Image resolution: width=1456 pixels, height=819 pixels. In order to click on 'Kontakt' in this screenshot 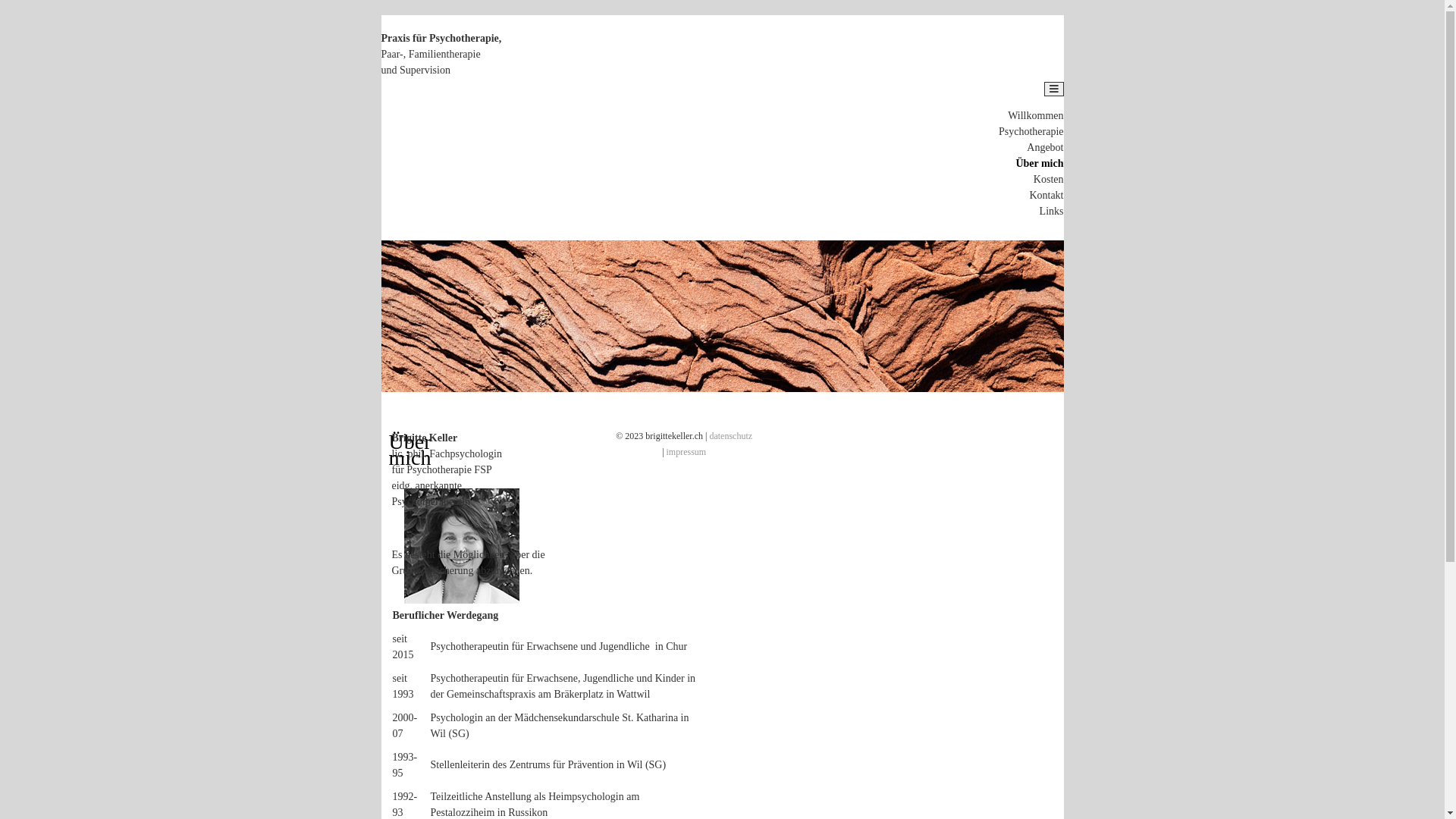, I will do `click(1045, 194)`.